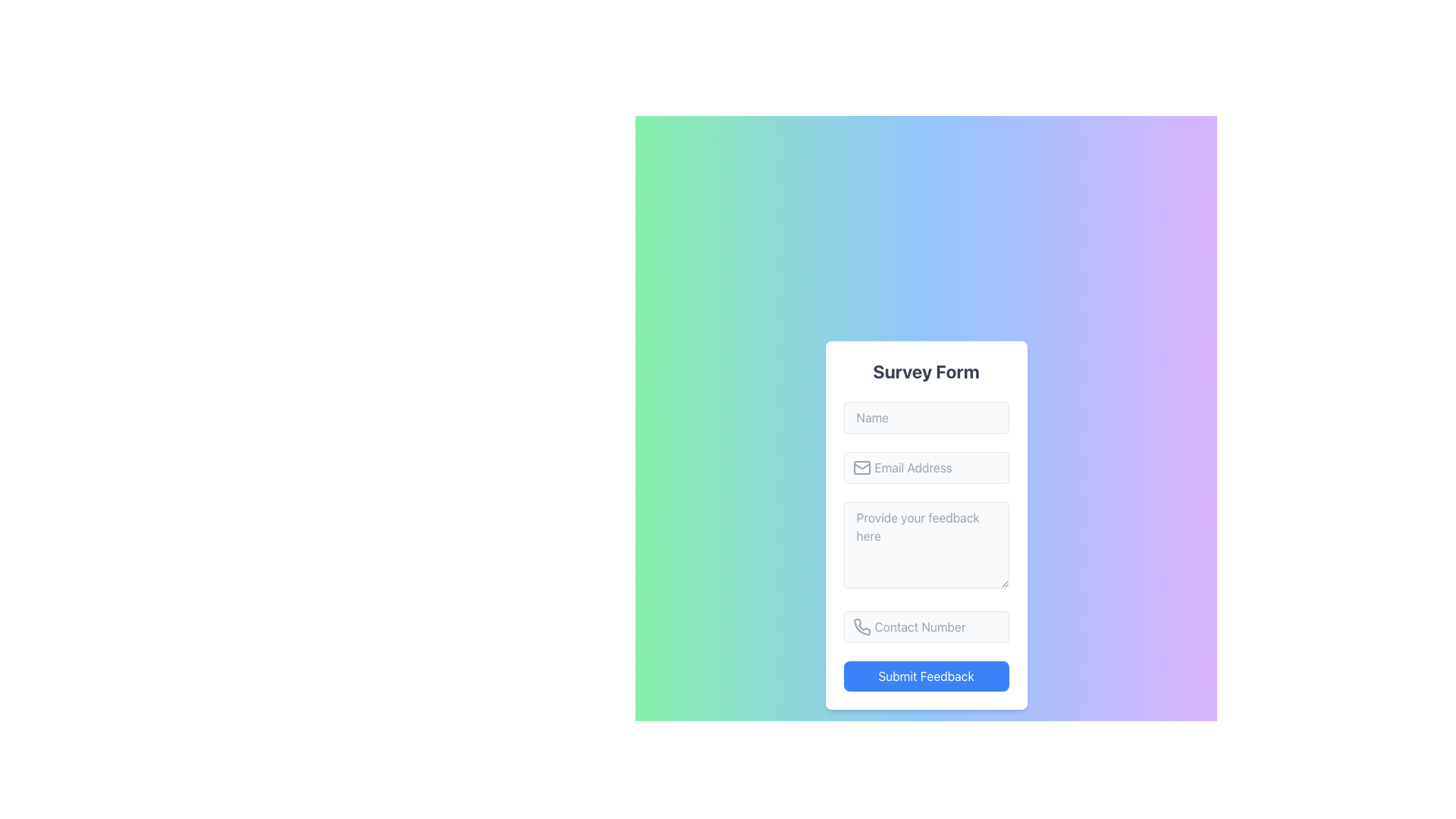 The image size is (1456, 819). I want to click on the email icon located to the left of the 'Email Address' input field in the 'Survey Form' interface, which visually represents the functionality of the associated input field, so click(861, 467).